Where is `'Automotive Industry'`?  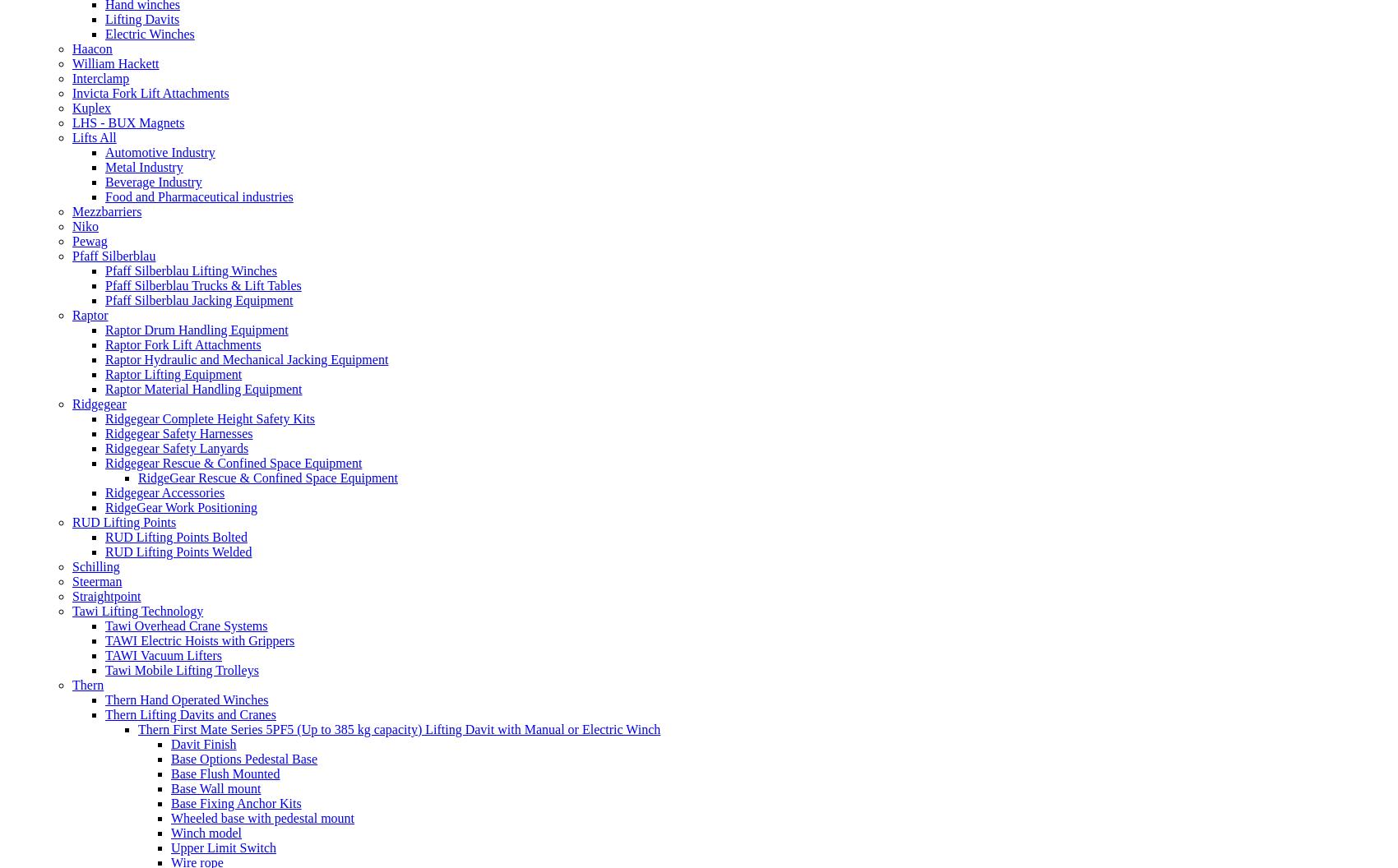
'Automotive Industry' is located at coordinates (159, 151).